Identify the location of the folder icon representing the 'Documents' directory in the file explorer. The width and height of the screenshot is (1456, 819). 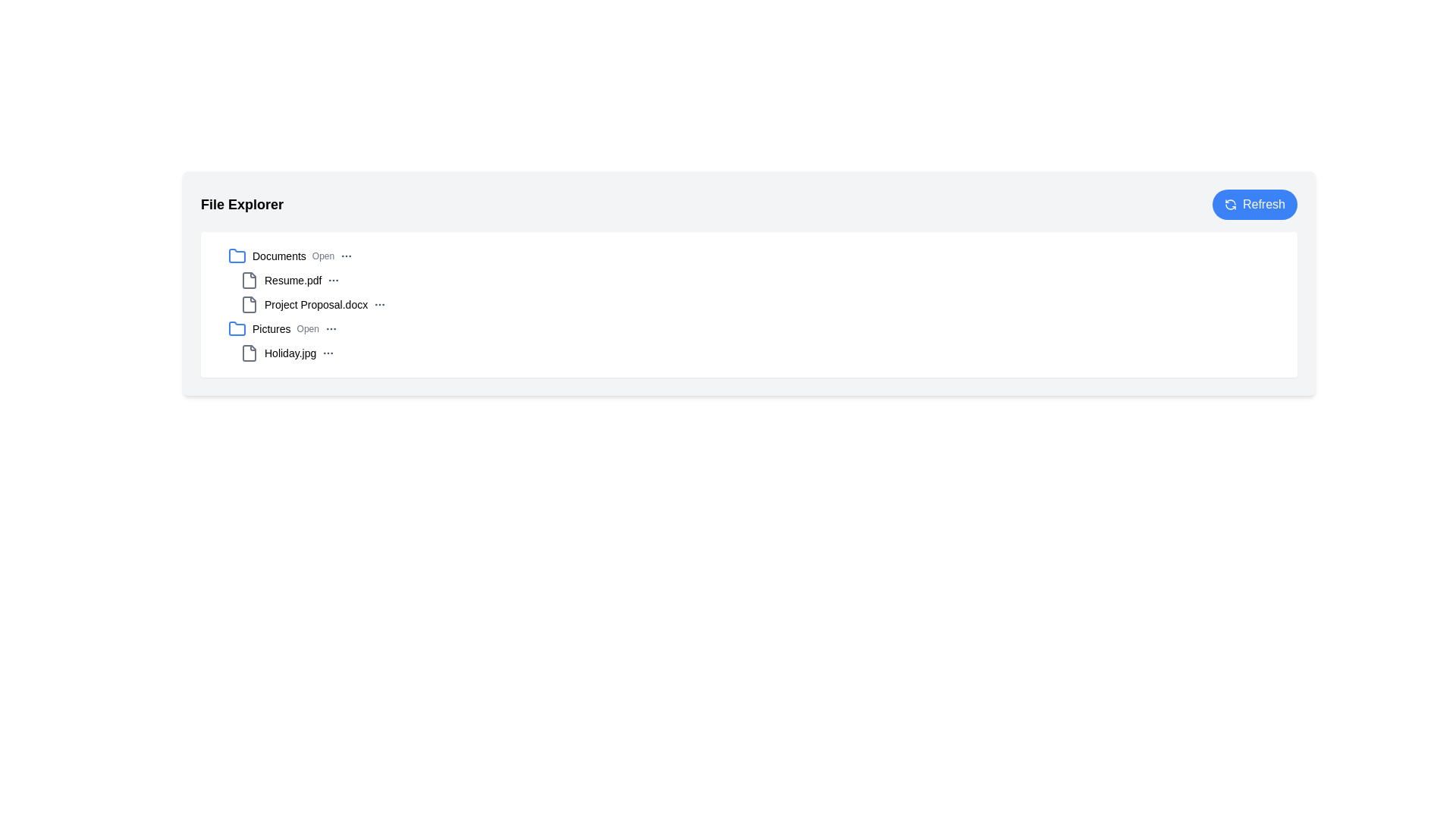
(236, 255).